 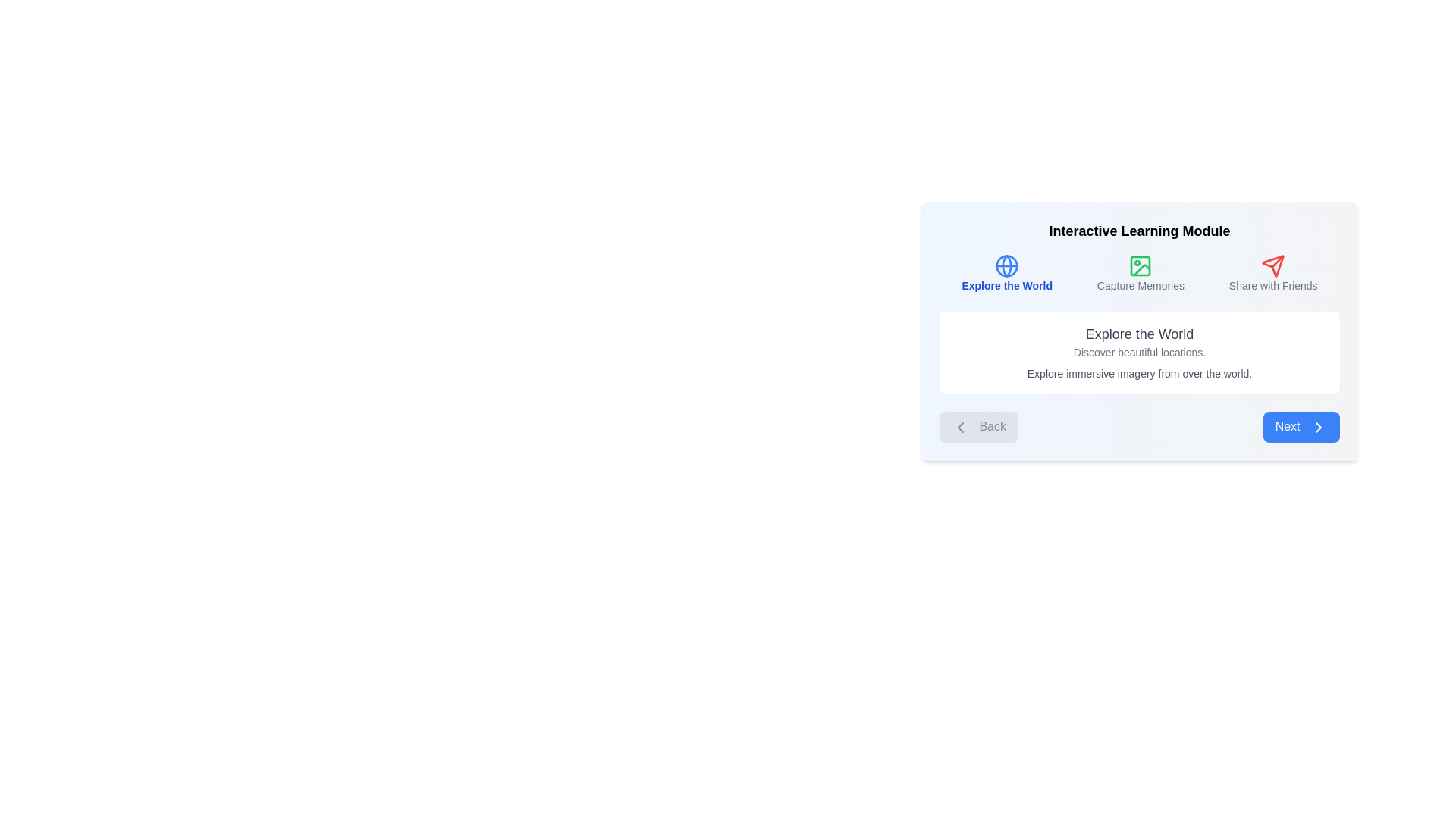 What do you see at coordinates (1317, 427) in the screenshot?
I see `the navigation suggestion icon located to the right of the 'Next' button` at bounding box center [1317, 427].